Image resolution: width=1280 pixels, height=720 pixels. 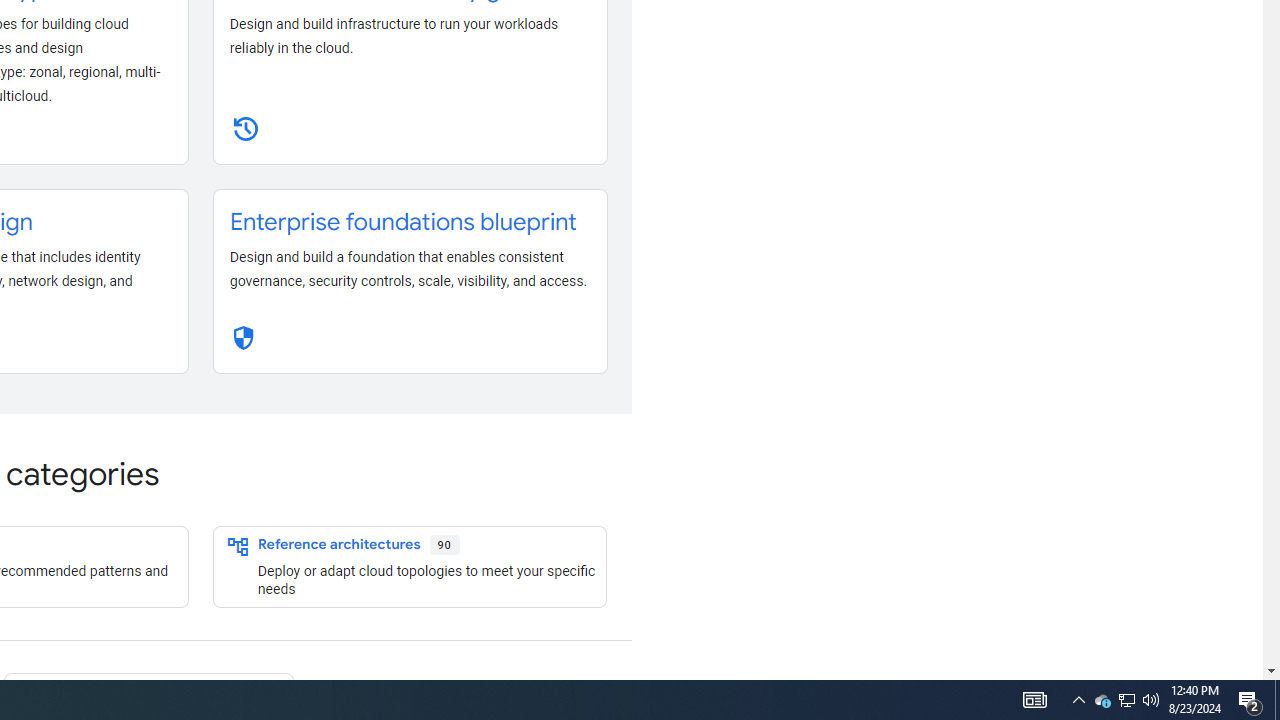 What do you see at coordinates (402, 222) in the screenshot?
I see `'Enterprise foundations blueprint'` at bounding box center [402, 222].